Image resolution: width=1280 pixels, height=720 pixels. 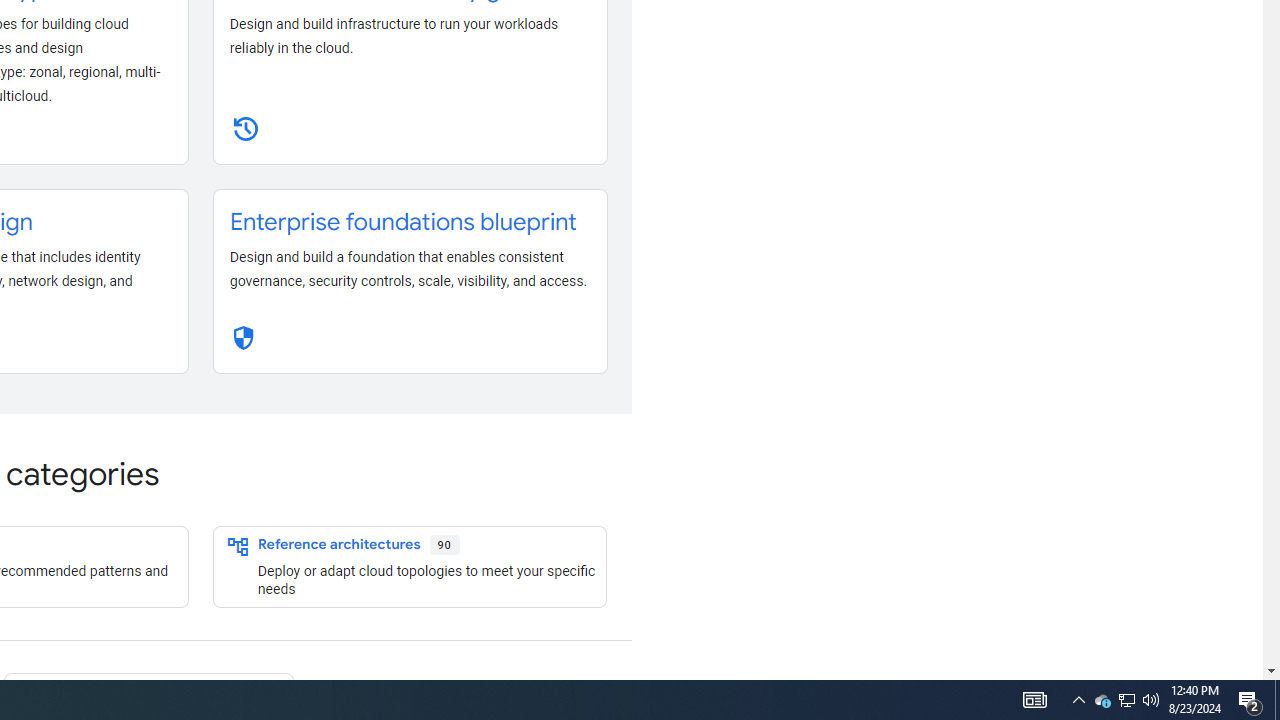 What do you see at coordinates (402, 222) in the screenshot?
I see `'Enterprise foundations blueprint'` at bounding box center [402, 222].